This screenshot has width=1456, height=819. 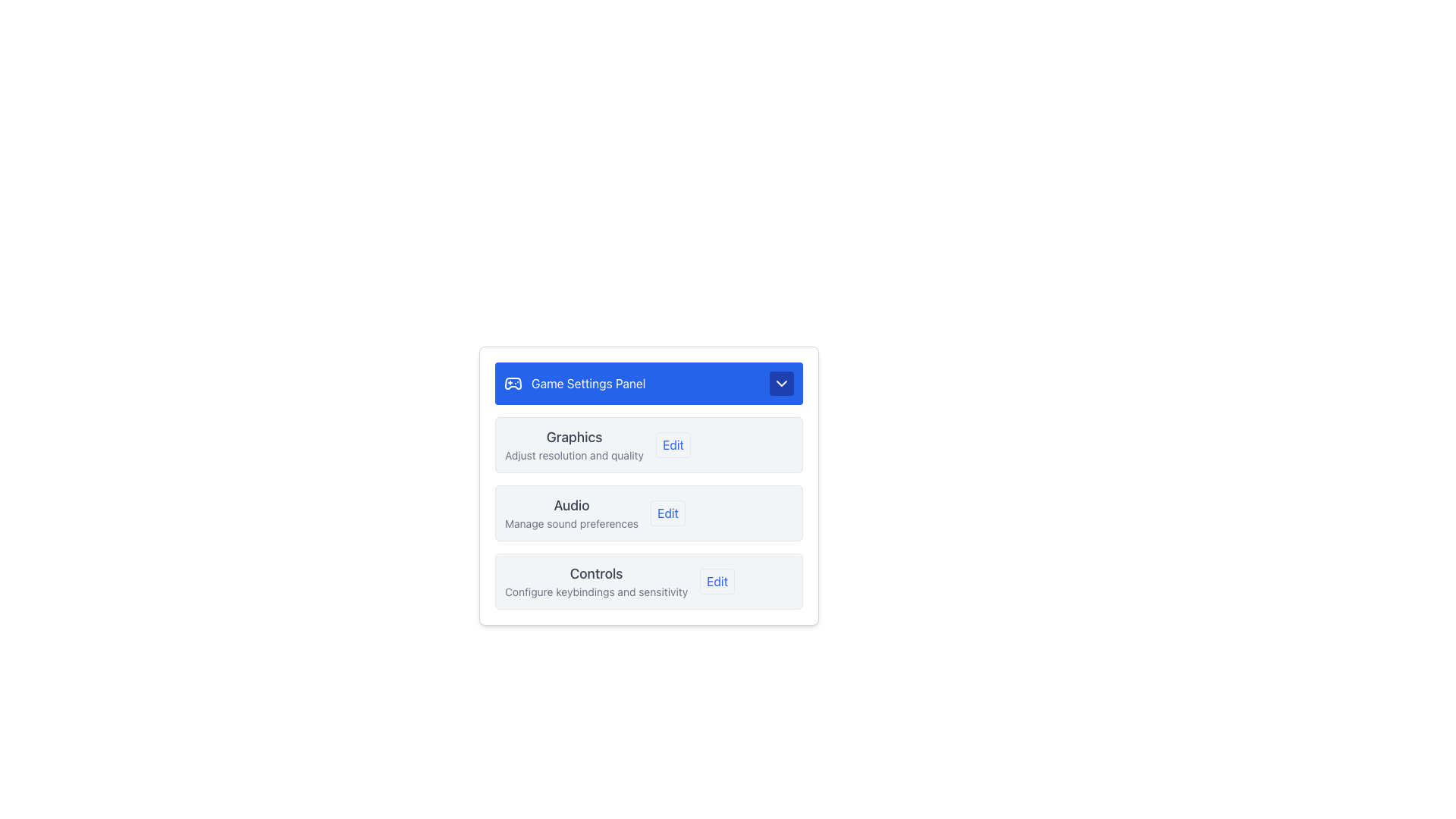 What do you see at coordinates (648, 513) in the screenshot?
I see `the 'Edit' button in the Categorized settings list for modifying settings related to Graphics, Audio, or Controls` at bounding box center [648, 513].